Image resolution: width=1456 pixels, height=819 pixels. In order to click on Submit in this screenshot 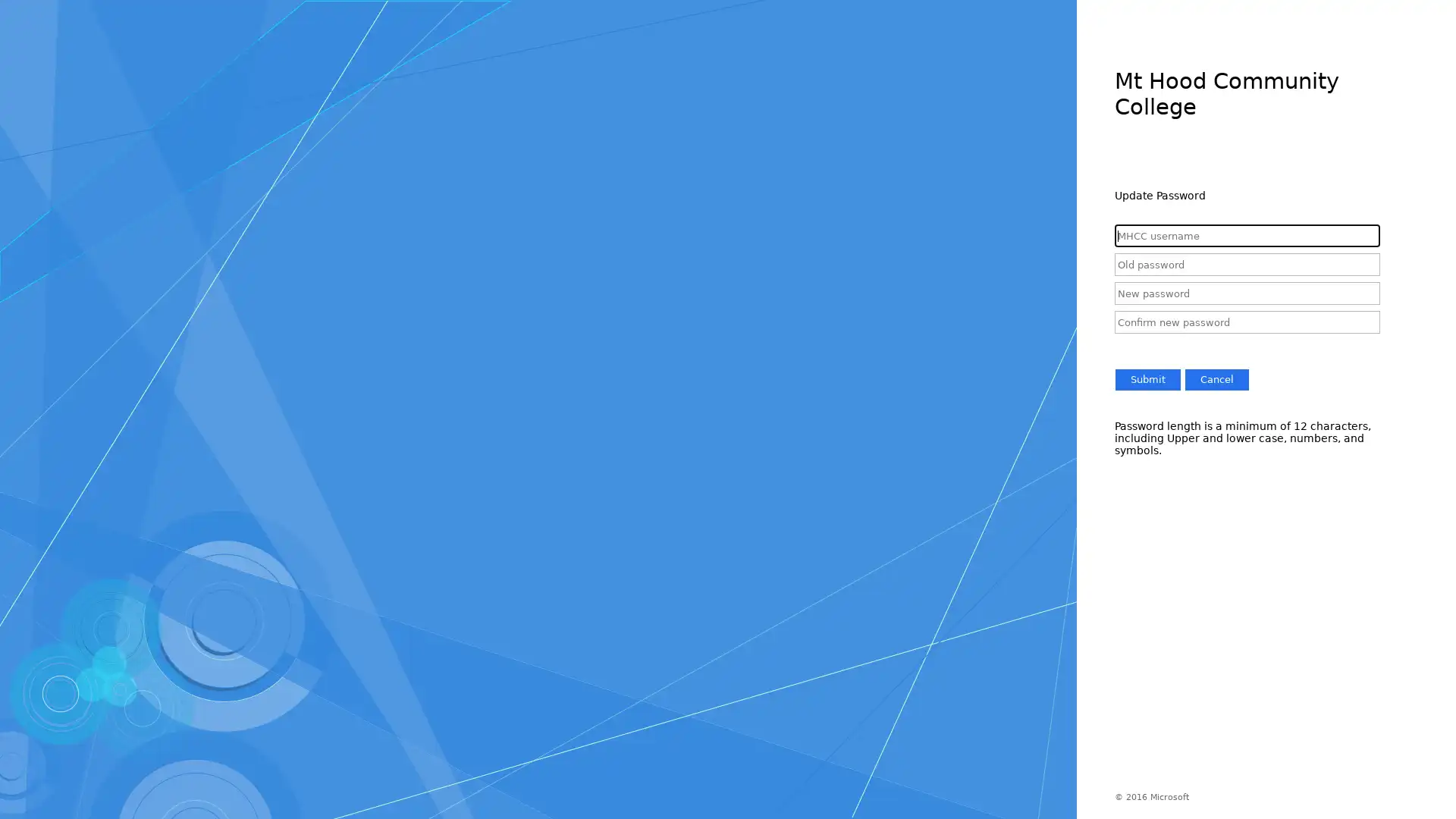, I will do `click(1147, 379)`.